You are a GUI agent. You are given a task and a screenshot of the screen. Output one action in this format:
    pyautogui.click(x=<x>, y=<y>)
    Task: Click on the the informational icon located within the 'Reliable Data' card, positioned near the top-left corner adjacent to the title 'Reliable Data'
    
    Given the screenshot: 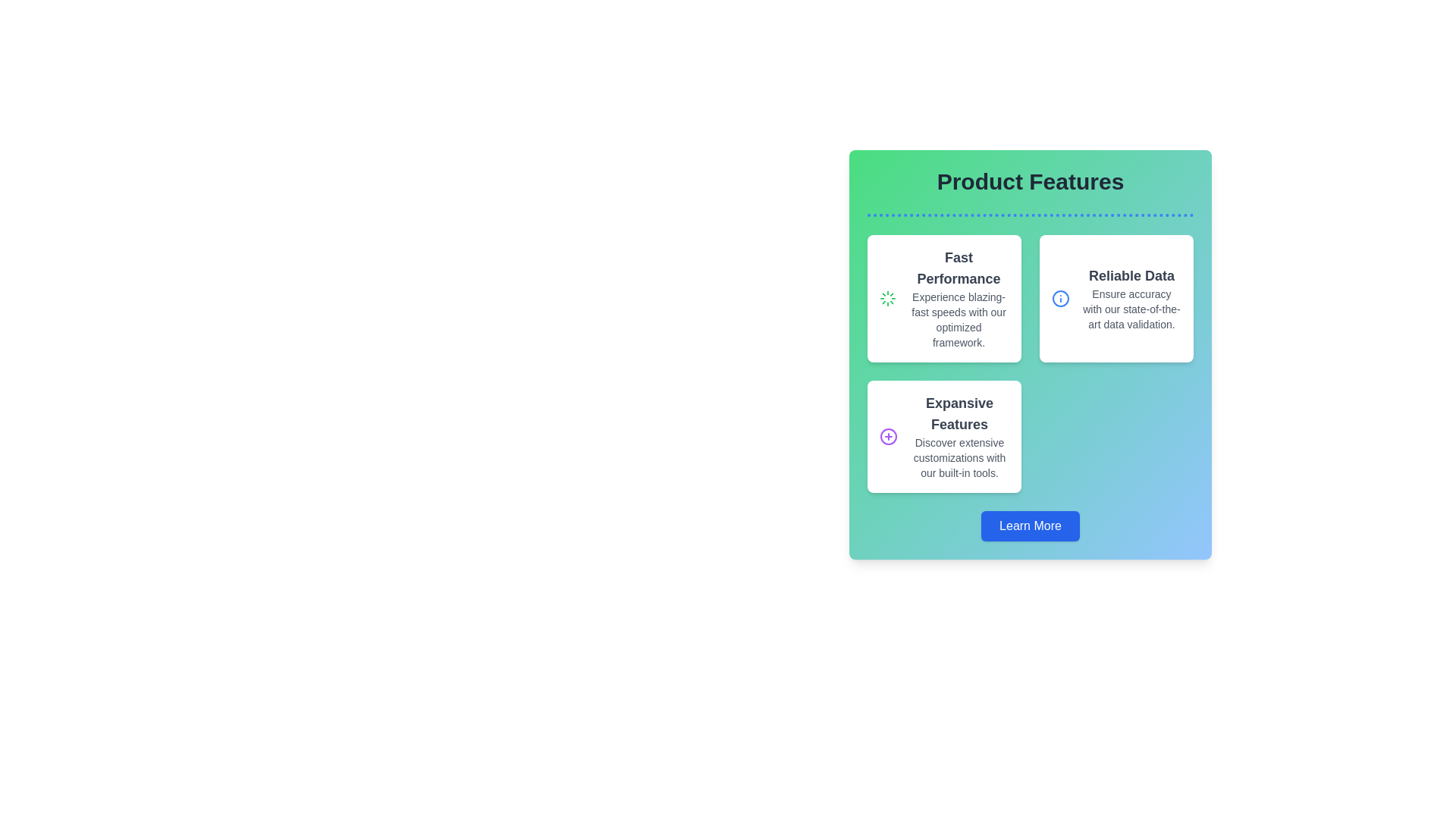 What is the action you would take?
    pyautogui.click(x=1059, y=298)
    